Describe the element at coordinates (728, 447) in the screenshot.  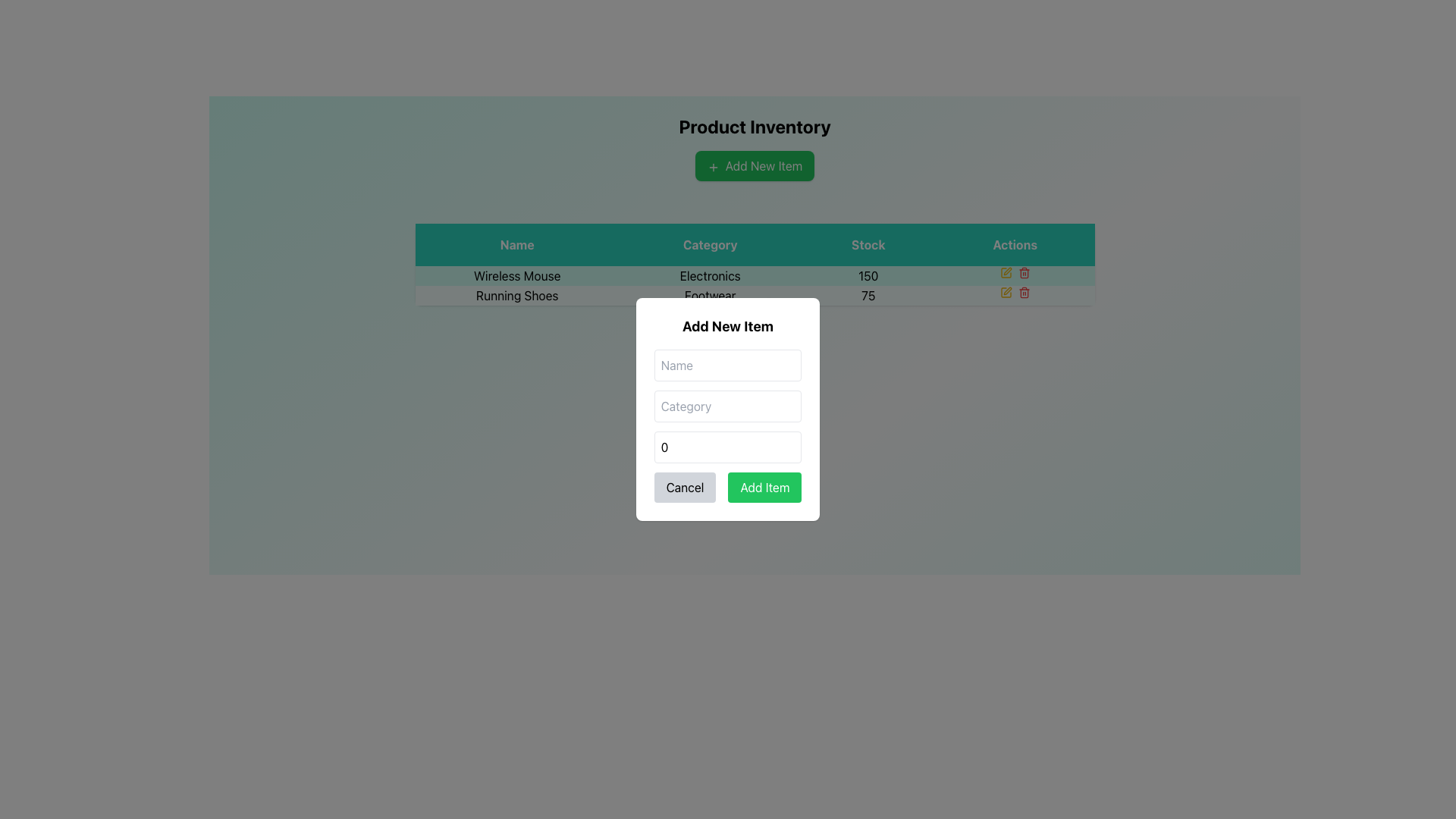
I see `the numeric input field labeled 'Stock' within the 'Add New Item' modal to focus on it` at that location.